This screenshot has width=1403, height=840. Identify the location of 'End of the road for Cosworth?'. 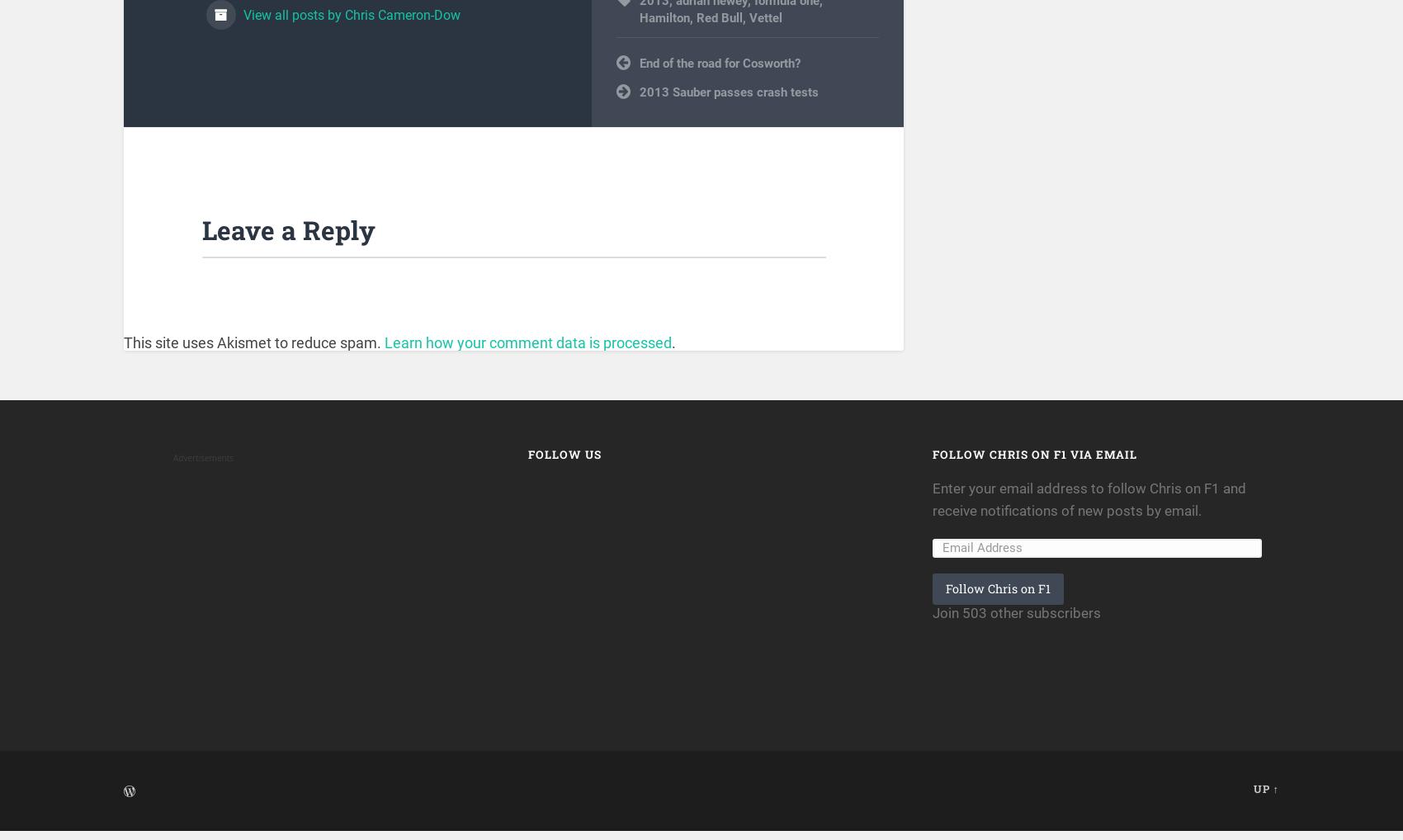
(720, 73).